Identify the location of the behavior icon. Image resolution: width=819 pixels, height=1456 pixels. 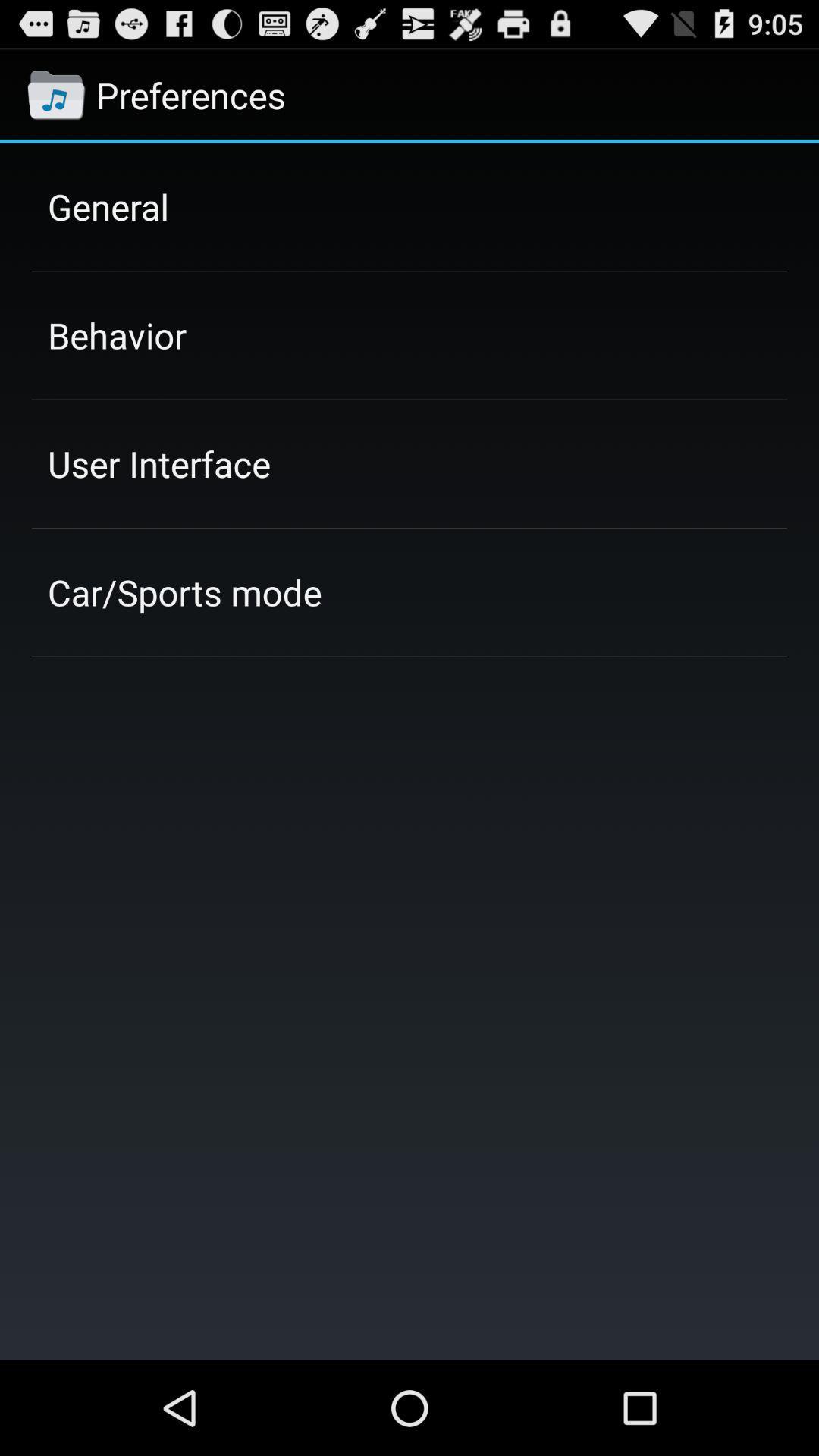
(116, 334).